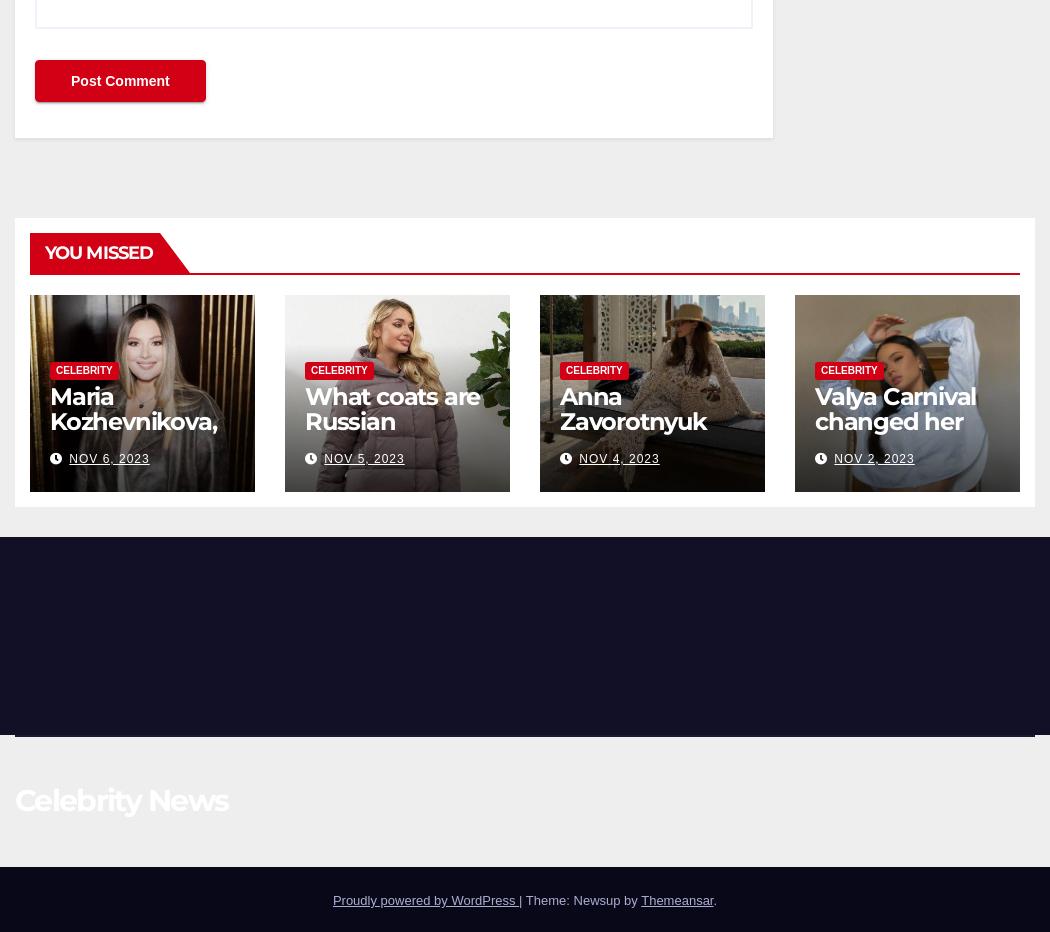 This screenshot has height=932, width=1050. What do you see at coordinates (873, 457) in the screenshot?
I see `'Nov 2, 2023'` at bounding box center [873, 457].